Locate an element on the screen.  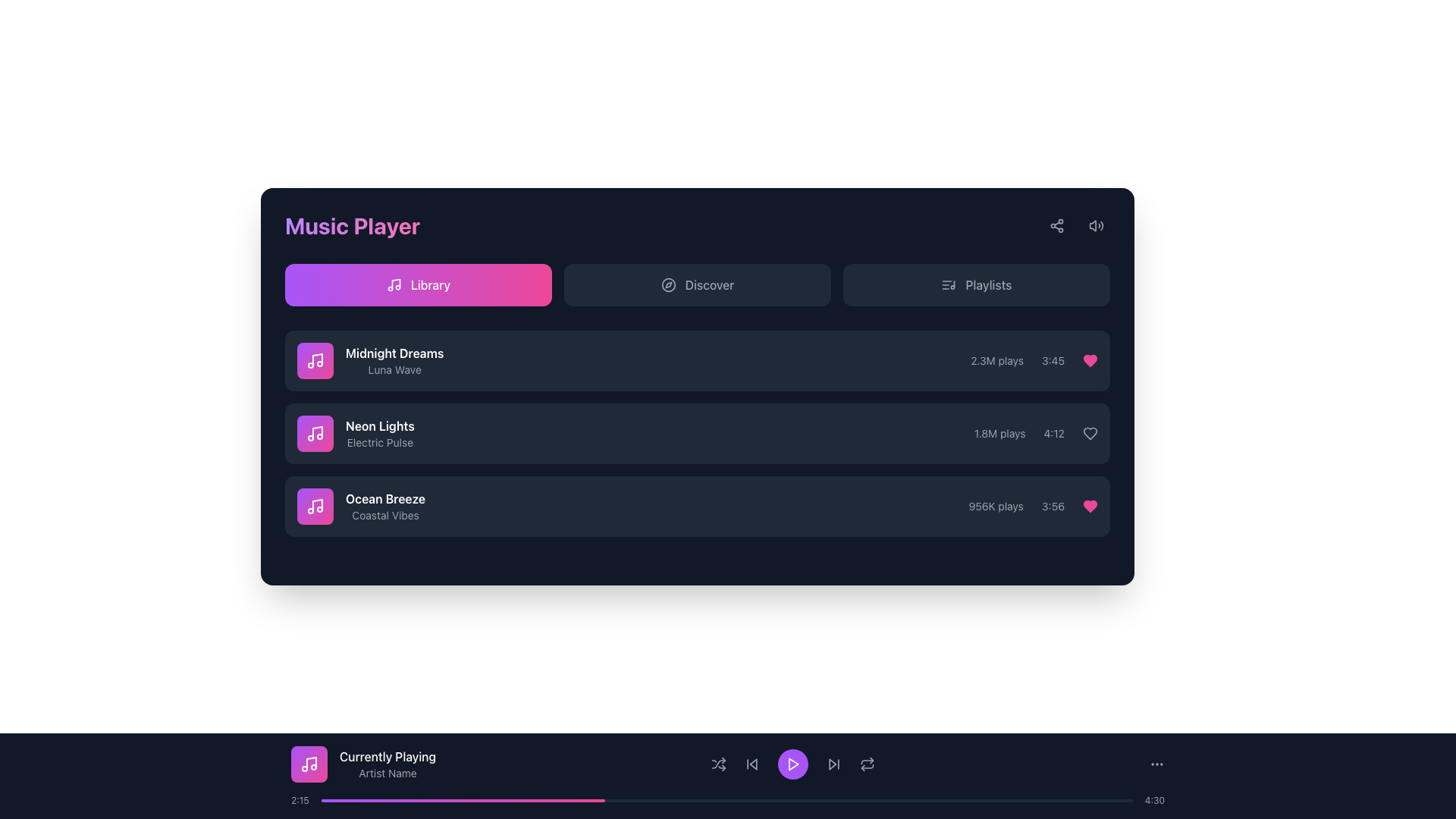
the circular button containing an SVG-based icon of three connected dots, which suggests a share or connection function is located at coordinates (1056, 225).